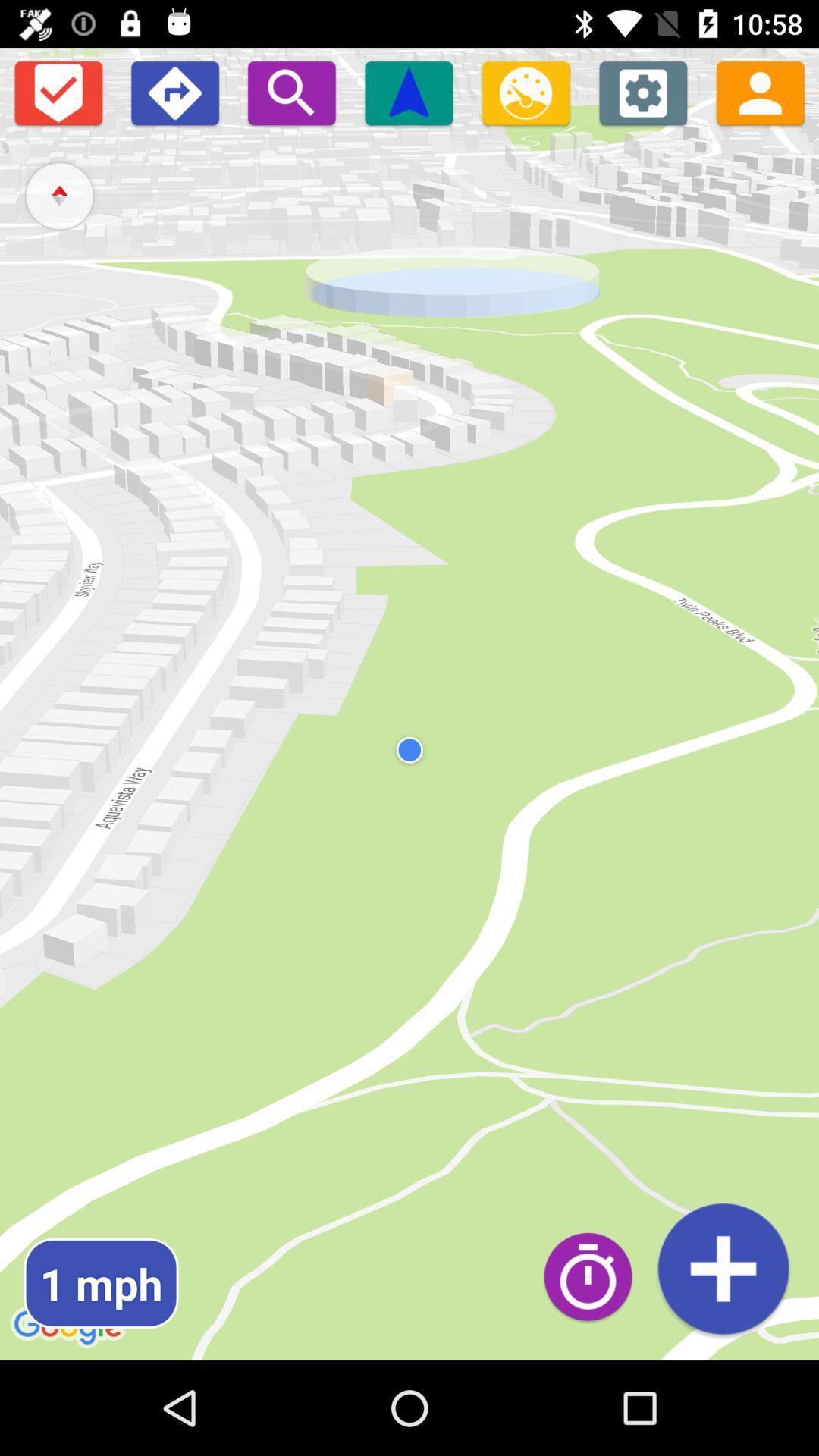  Describe the element at coordinates (595, 1276) in the screenshot. I see `the time icon` at that location.